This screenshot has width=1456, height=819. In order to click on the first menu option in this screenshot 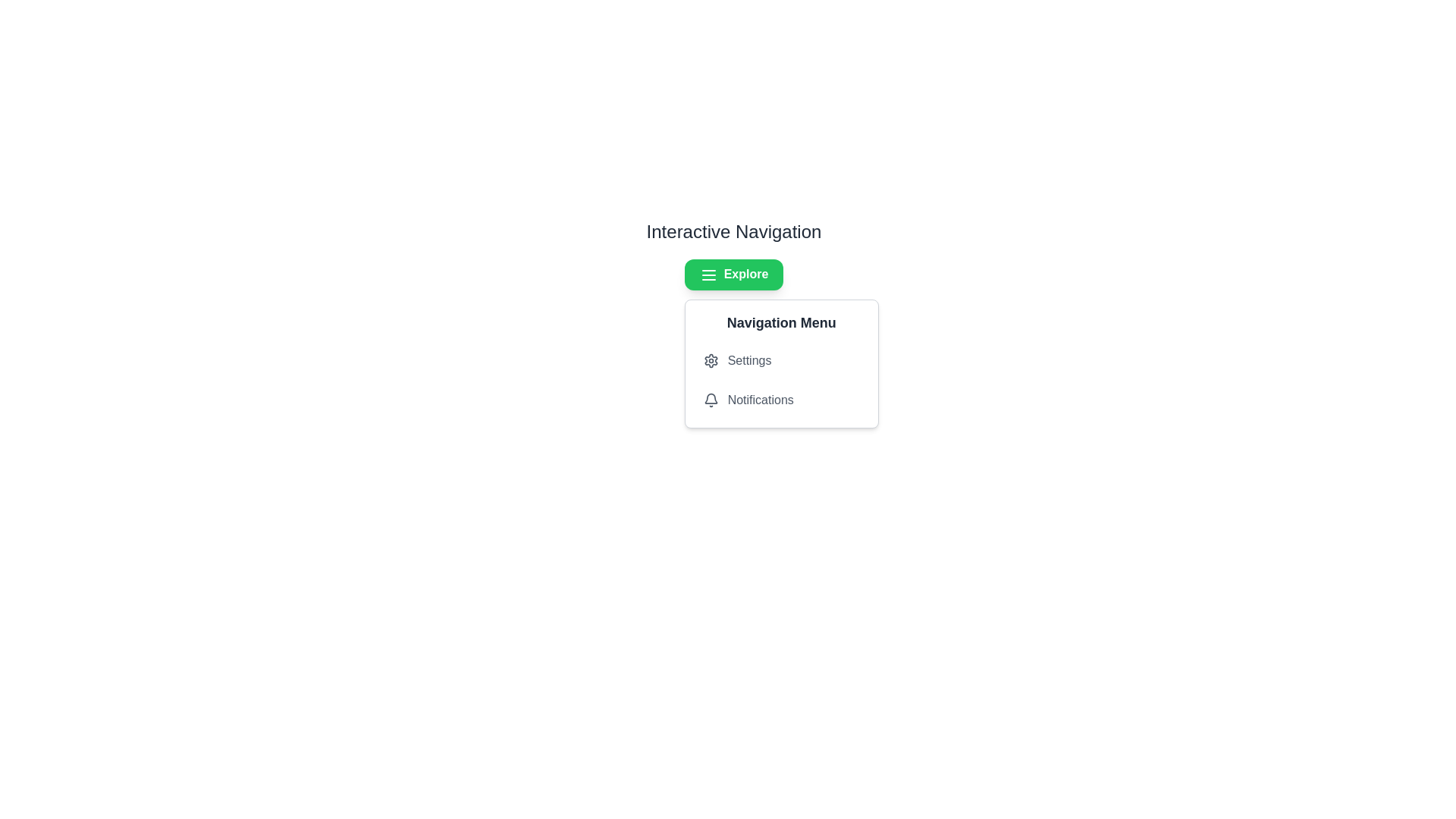, I will do `click(781, 360)`.